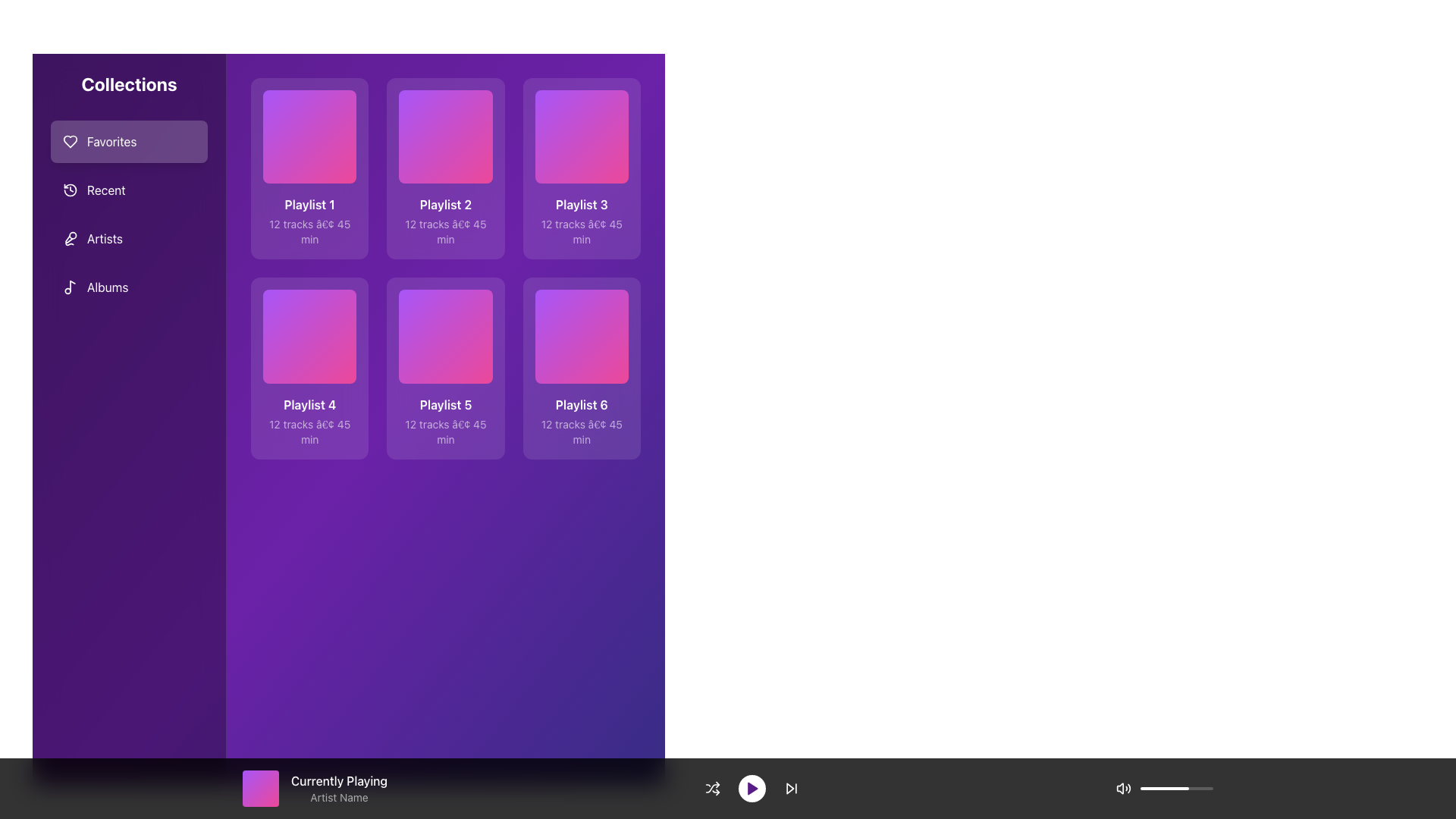 The image size is (1456, 819). I want to click on the metadata text label that indicates the number of tracks and total duration in the first playlist card, located directly underneath the title 'Playlist 1', so click(309, 232).